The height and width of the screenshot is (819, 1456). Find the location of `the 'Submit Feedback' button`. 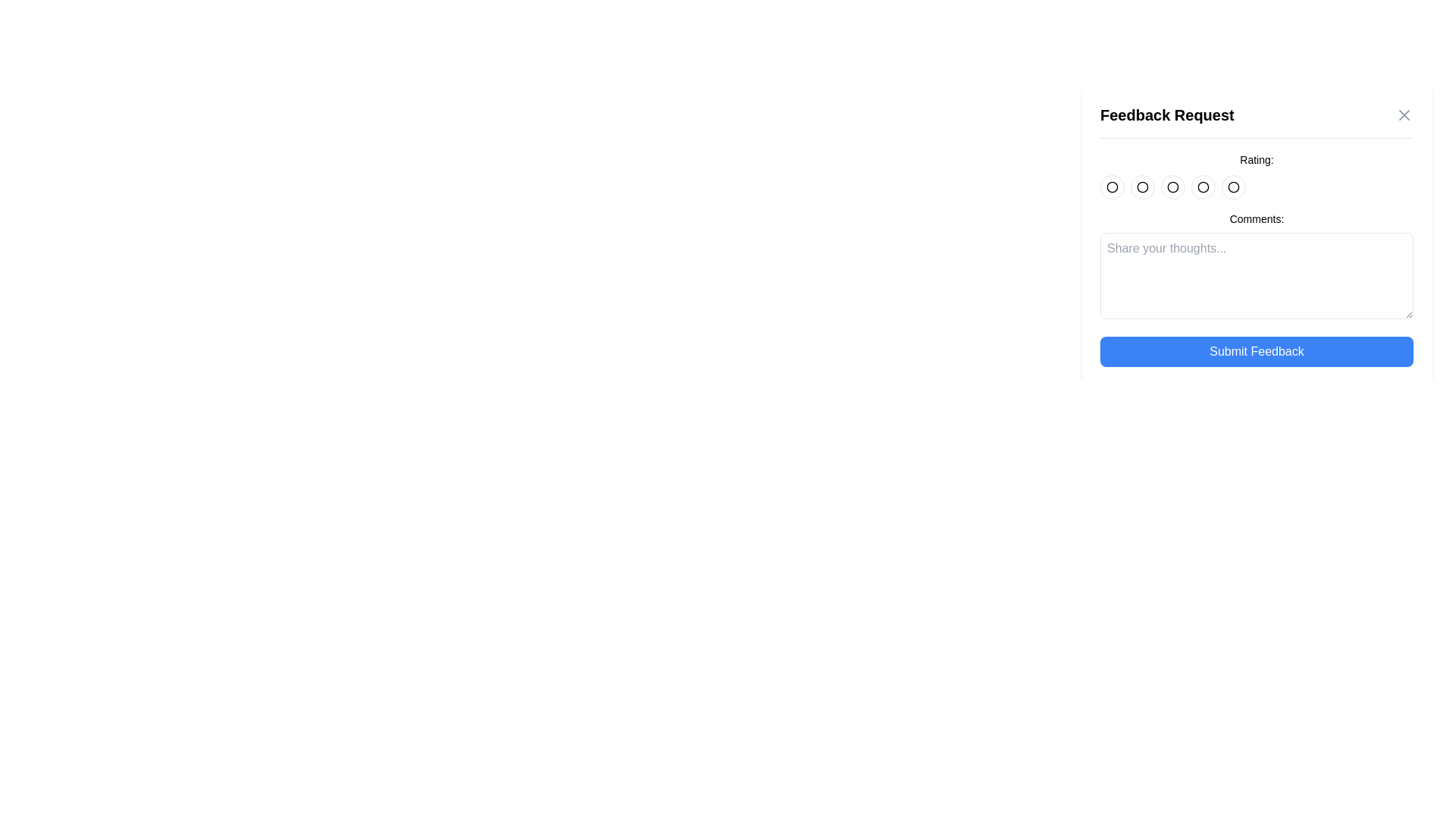

the 'Submit Feedback' button is located at coordinates (1257, 351).